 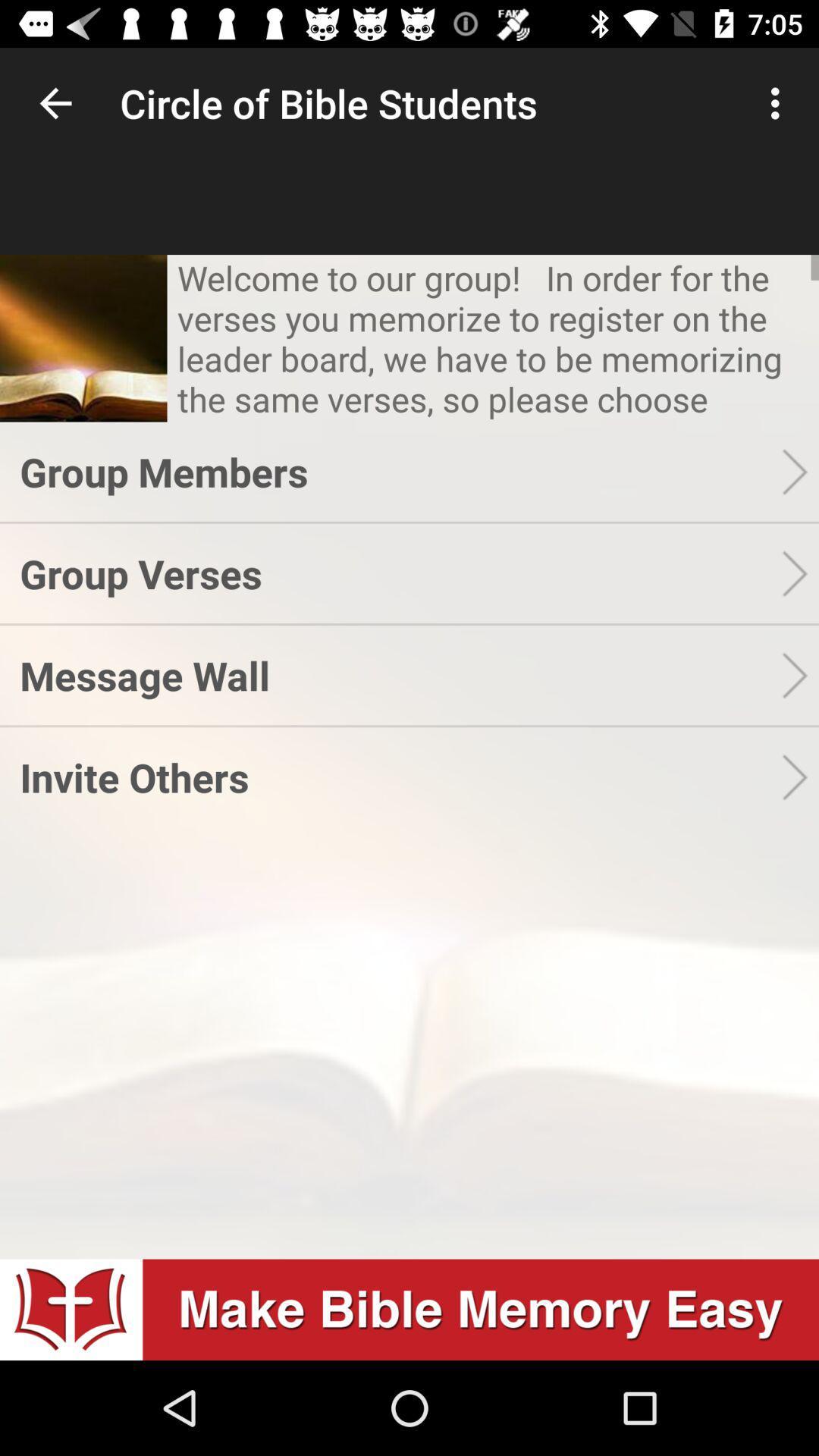 What do you see at coordinates (779, 102) in the screenshot?
I see `app to the right of the circle of bible item` at bounding box center [779, 102].